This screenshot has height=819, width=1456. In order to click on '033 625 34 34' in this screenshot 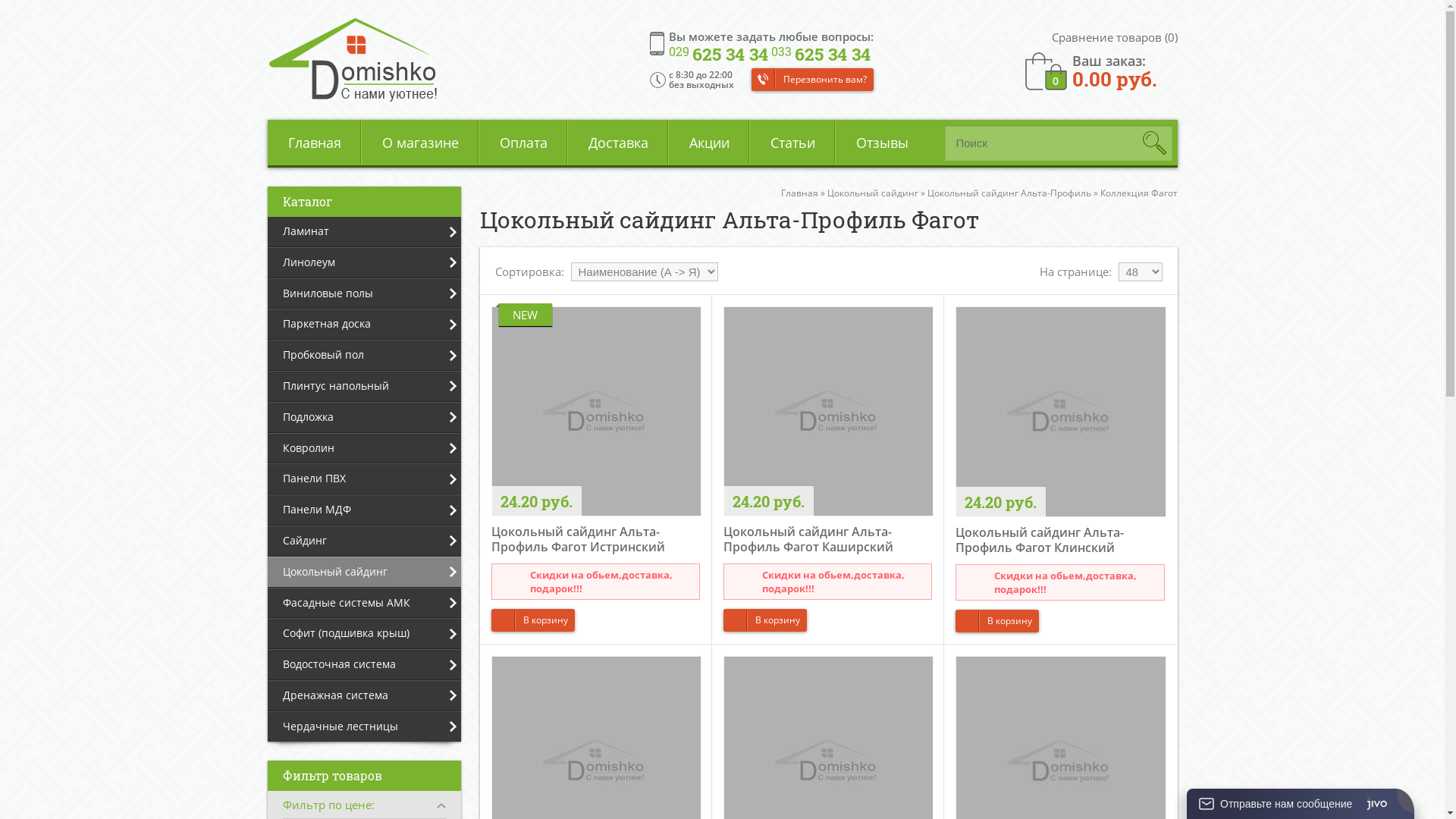, I will do `click(819, 54)`.